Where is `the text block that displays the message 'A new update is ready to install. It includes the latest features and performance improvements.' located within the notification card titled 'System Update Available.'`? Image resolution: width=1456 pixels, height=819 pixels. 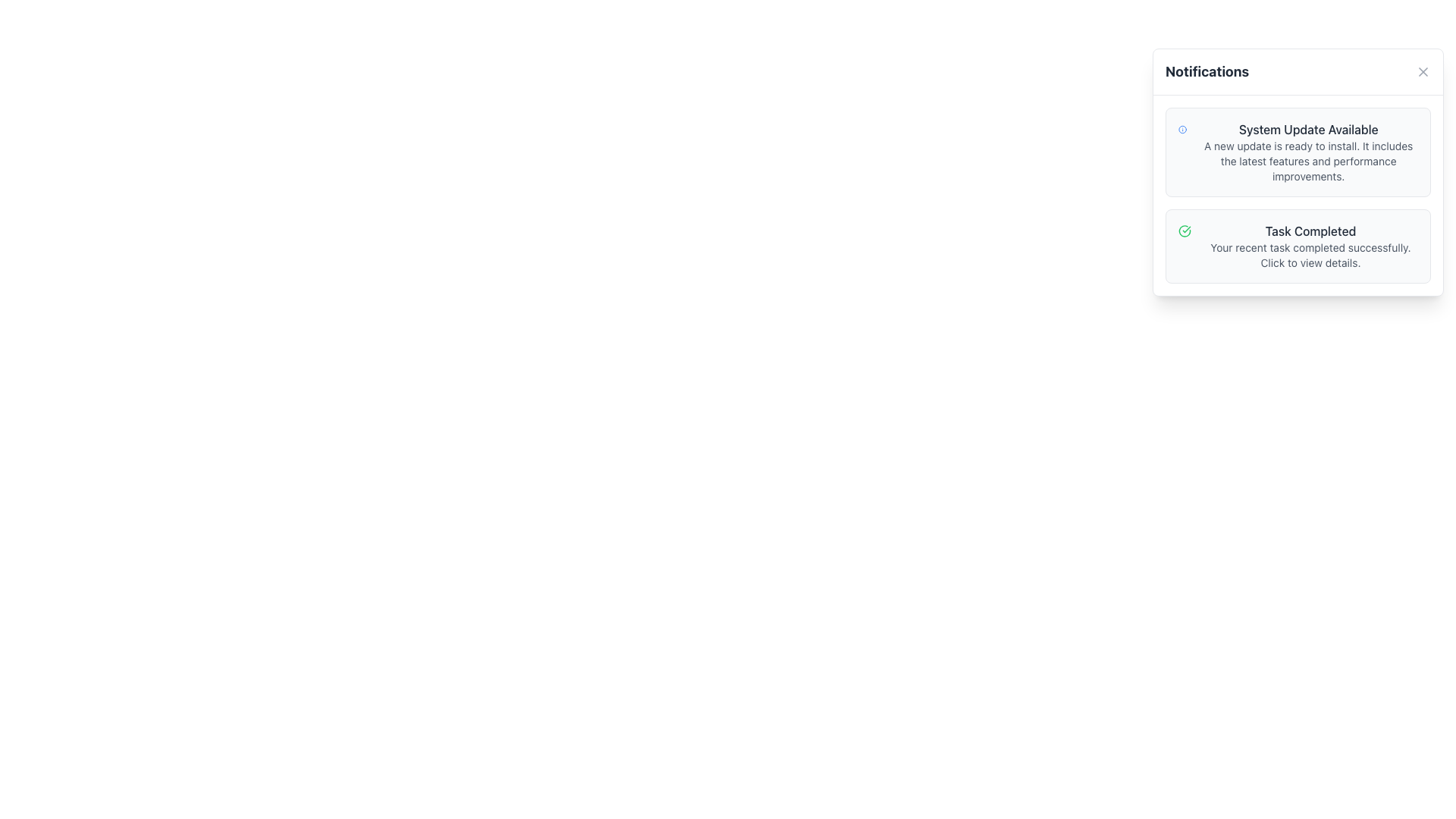
the text block that displays the message 'A new update is ready to install. It includes the latest features and performance improvements.' located within the notification card titled 'System Update Available.' is located at coordinates (1307, 161).